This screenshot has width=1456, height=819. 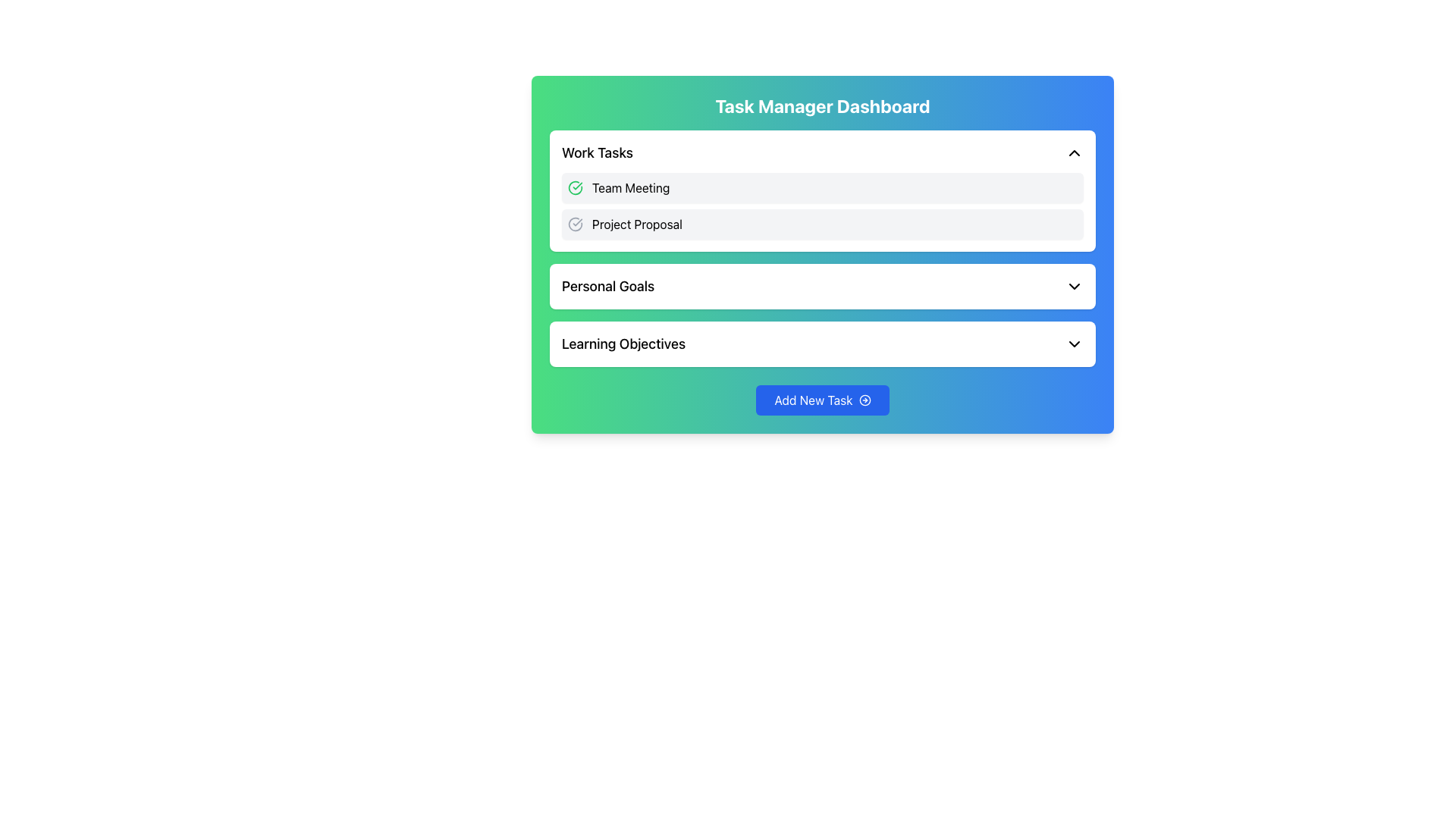 What do you see at coordinates (631, 187) in the screenshot?
I see `the 'Team Meeting' text label, which is styled in black font on a white background and located under the 'Work Tasks' category in the 'Task Manager Dashboard'` at bounding box center [631, 187].